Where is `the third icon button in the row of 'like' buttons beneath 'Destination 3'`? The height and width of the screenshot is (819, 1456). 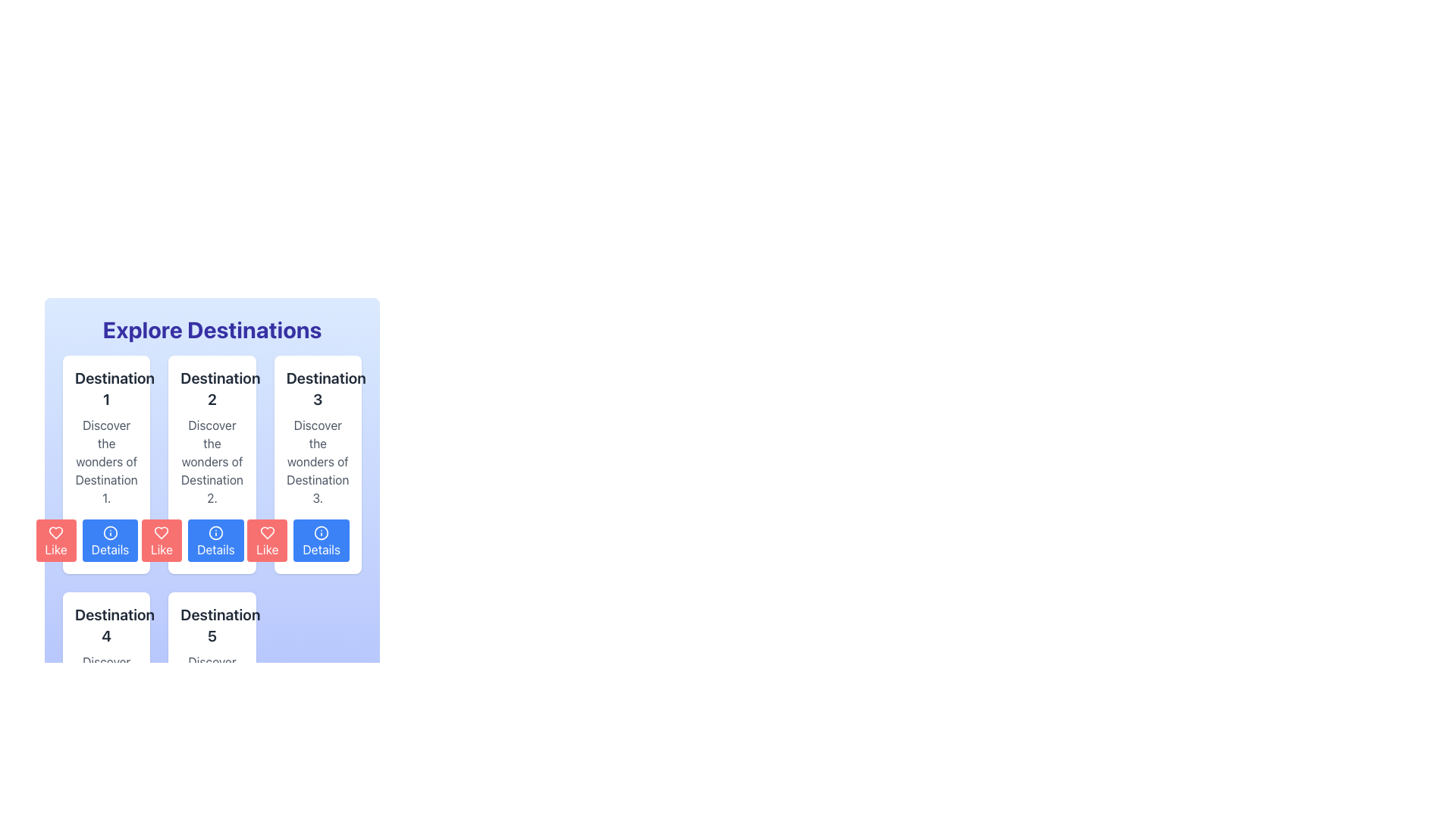
the third icon button in the row of 'like' buttons beneath 'Destination 3' is located at coordinates (56, 532).